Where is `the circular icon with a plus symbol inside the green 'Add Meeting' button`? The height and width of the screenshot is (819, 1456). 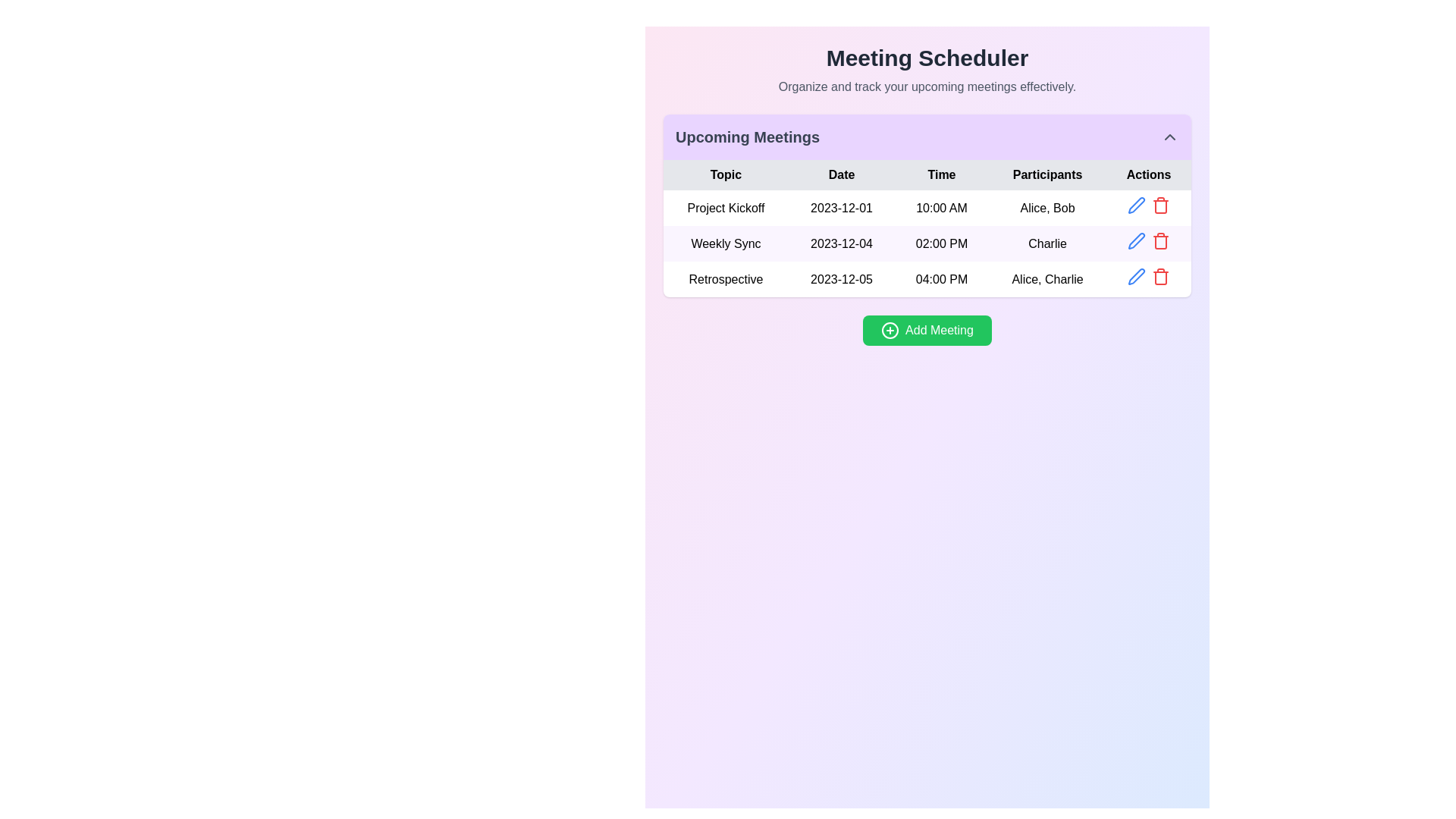
the circular icon with a plus symbol inside the green 'Add Meeting' button is located at coordinates (890, 329).